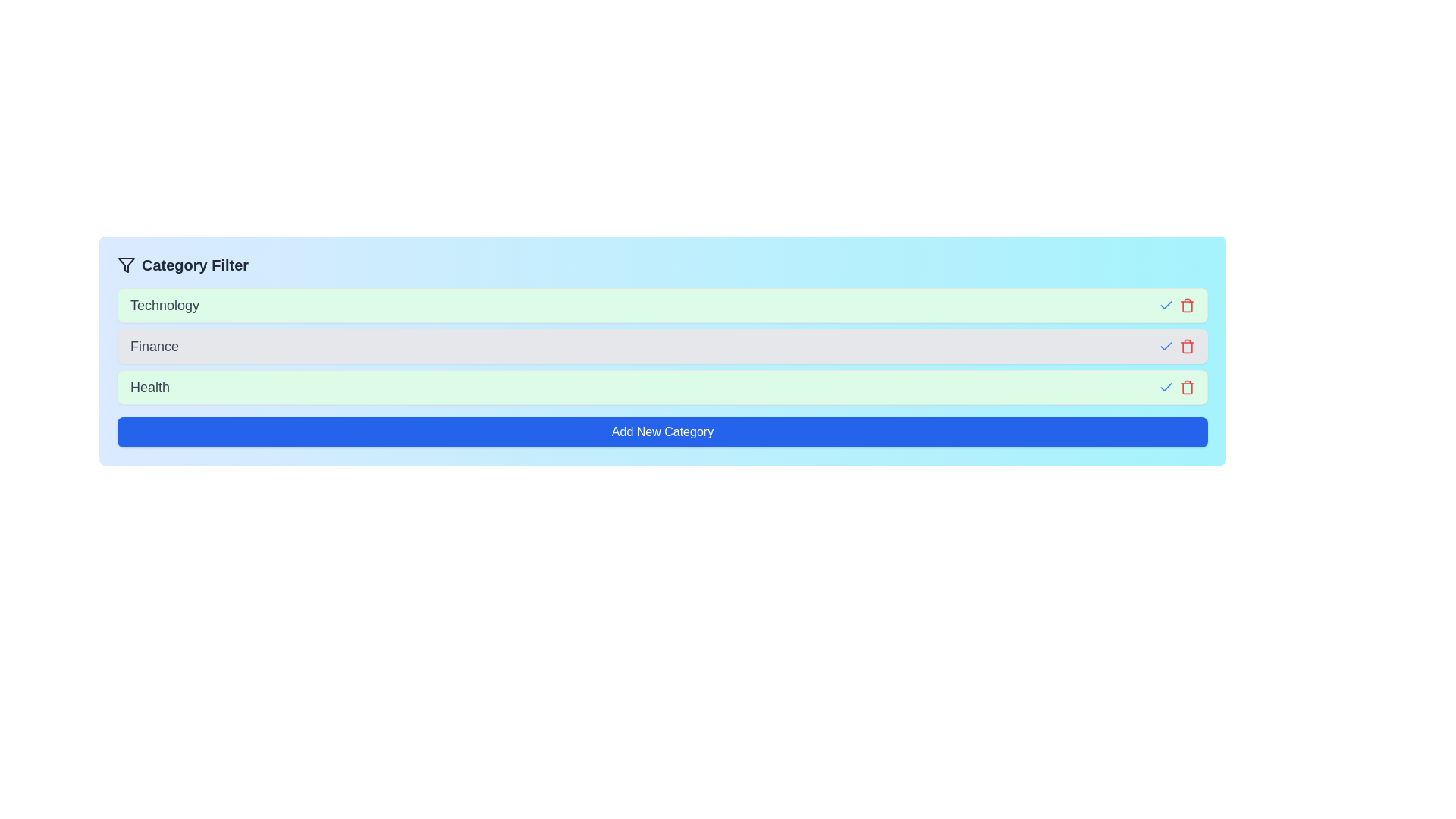 This screenshot has width=1456, height=819. Describe the element at coordinates (662, 432) in the screenshot. I see `the 'Add New Category' button` at that location.